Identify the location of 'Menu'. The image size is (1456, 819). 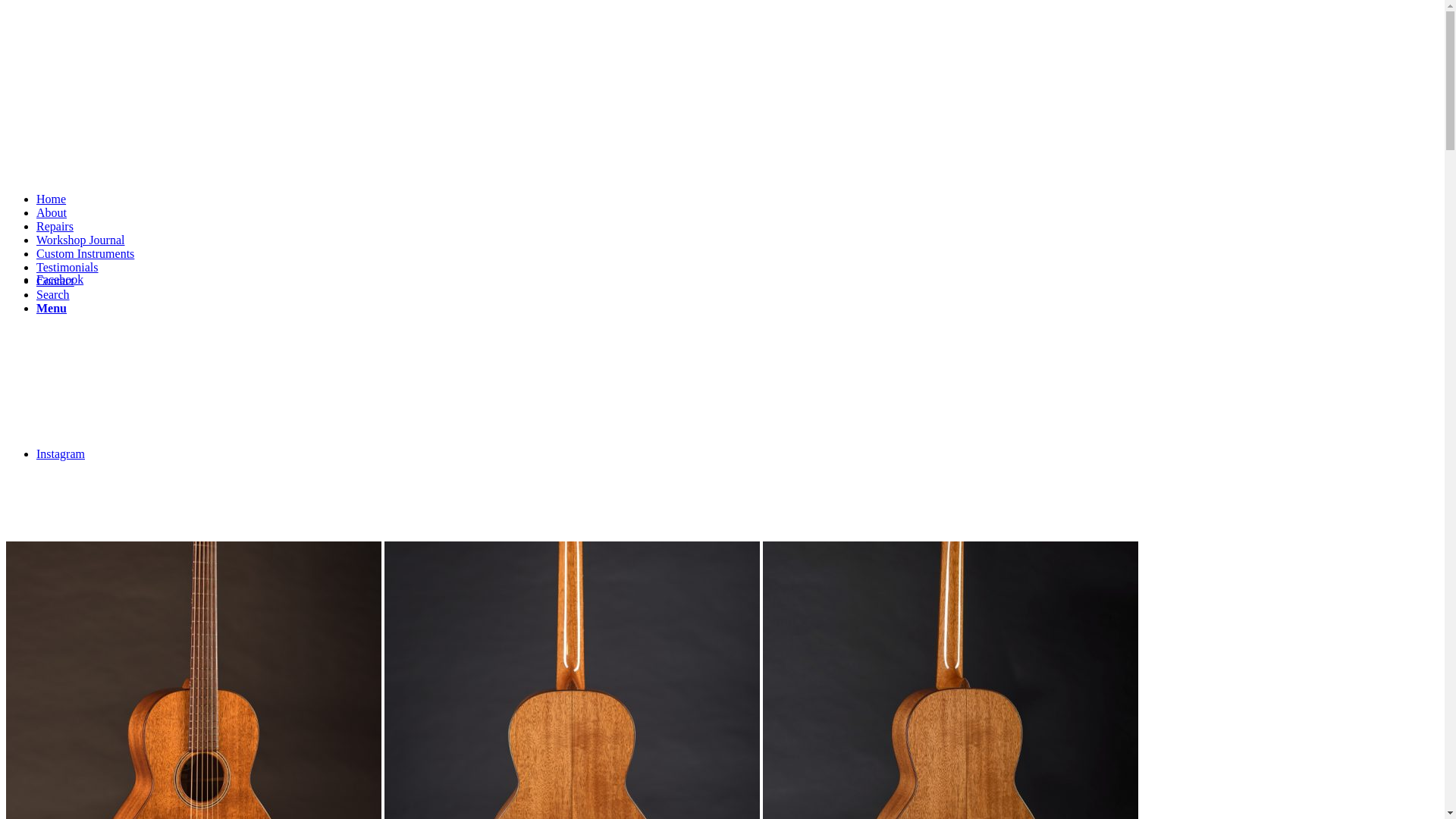
(51, 307).